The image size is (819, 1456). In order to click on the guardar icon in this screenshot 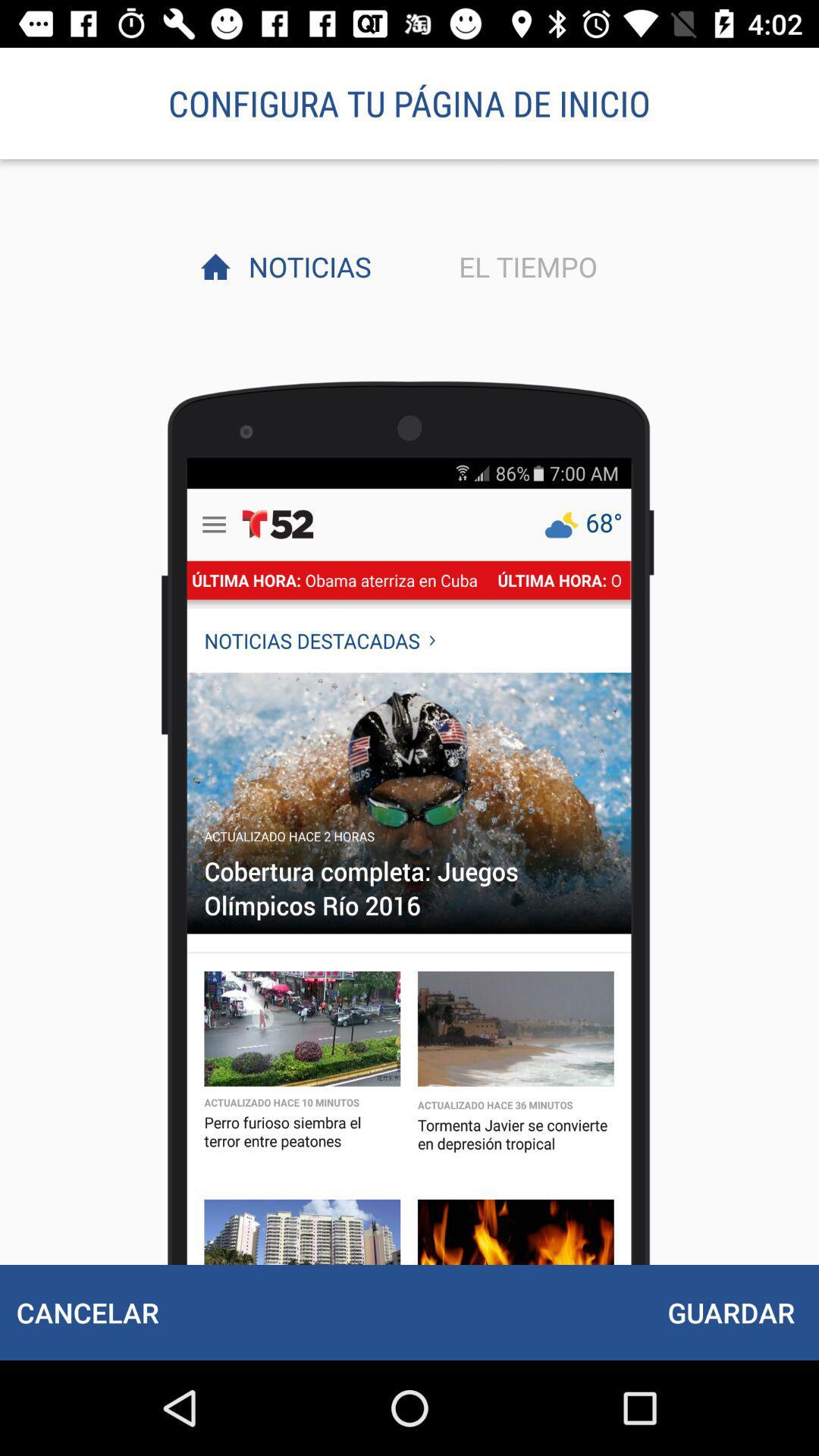, I will do `click(730, 1312)`.